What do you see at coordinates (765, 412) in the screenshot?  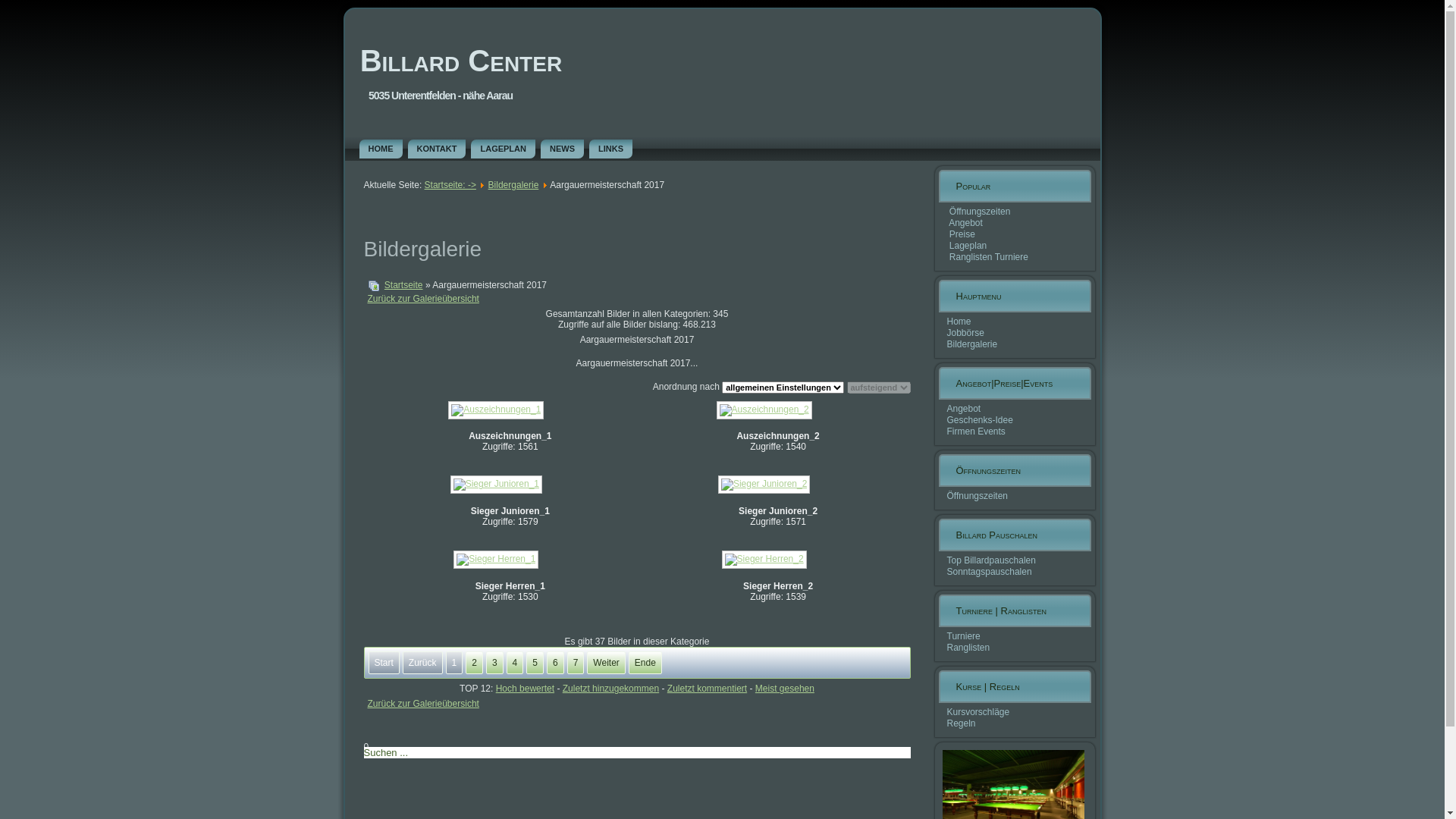 I see `'Auszeichnungen_2'` at bounding box center [765, 412].